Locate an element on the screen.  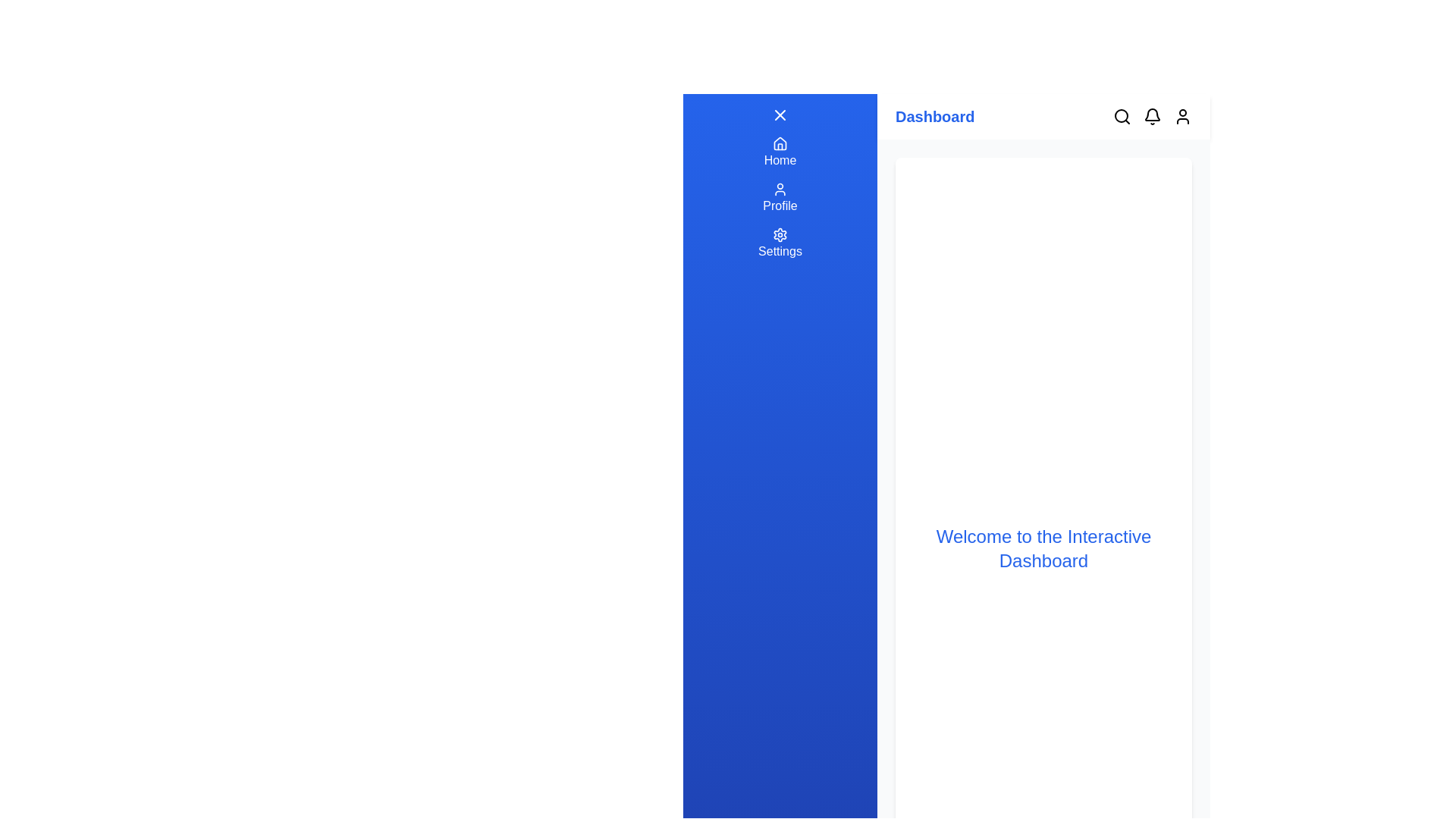
the settings button in the vertical navigation bar located on the left side of the interface, which is the third button below the 'Profile' option is located at coordinates (780, 243).